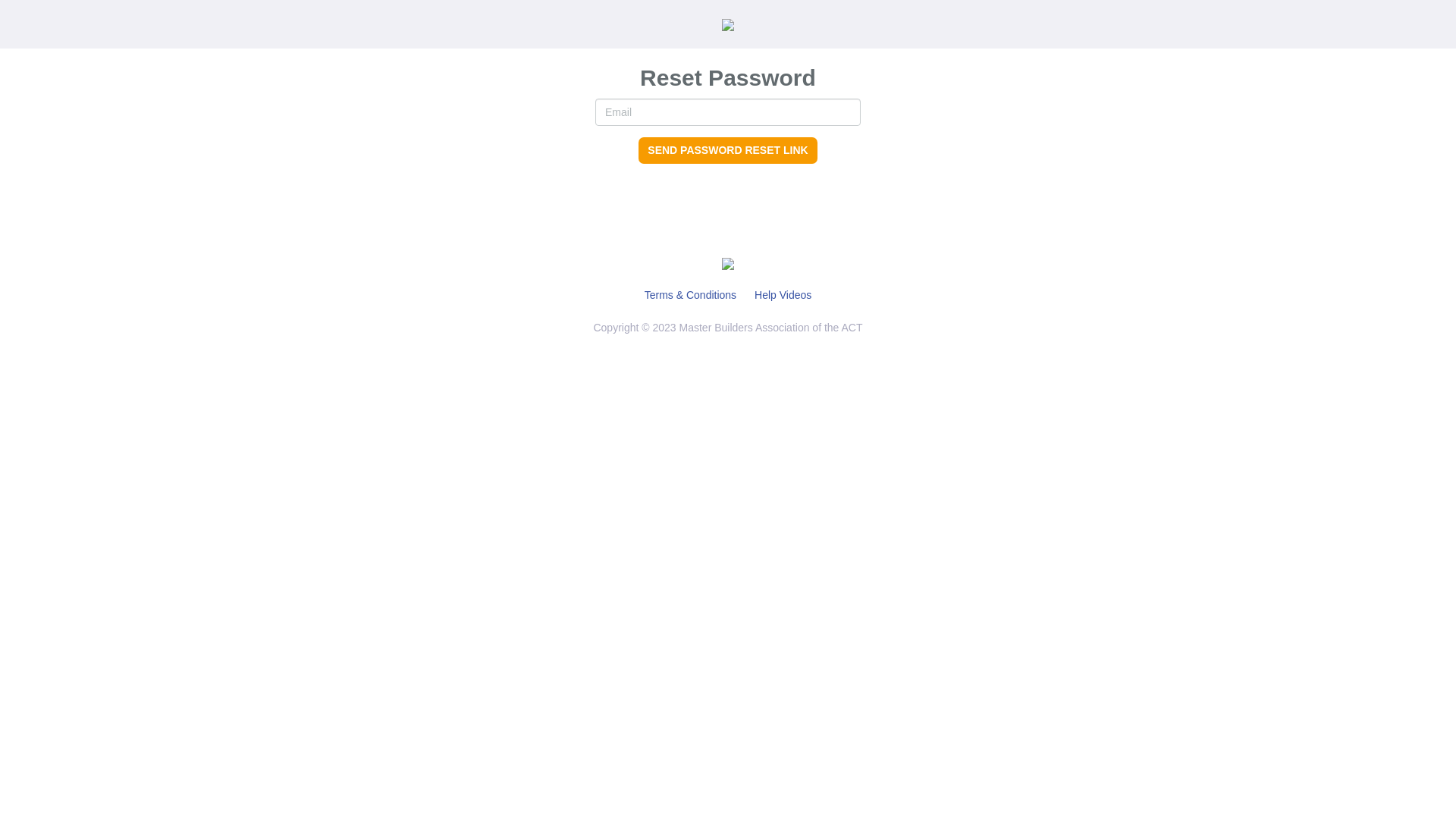  I want to click on 'Help Videos', so click(783, 295).